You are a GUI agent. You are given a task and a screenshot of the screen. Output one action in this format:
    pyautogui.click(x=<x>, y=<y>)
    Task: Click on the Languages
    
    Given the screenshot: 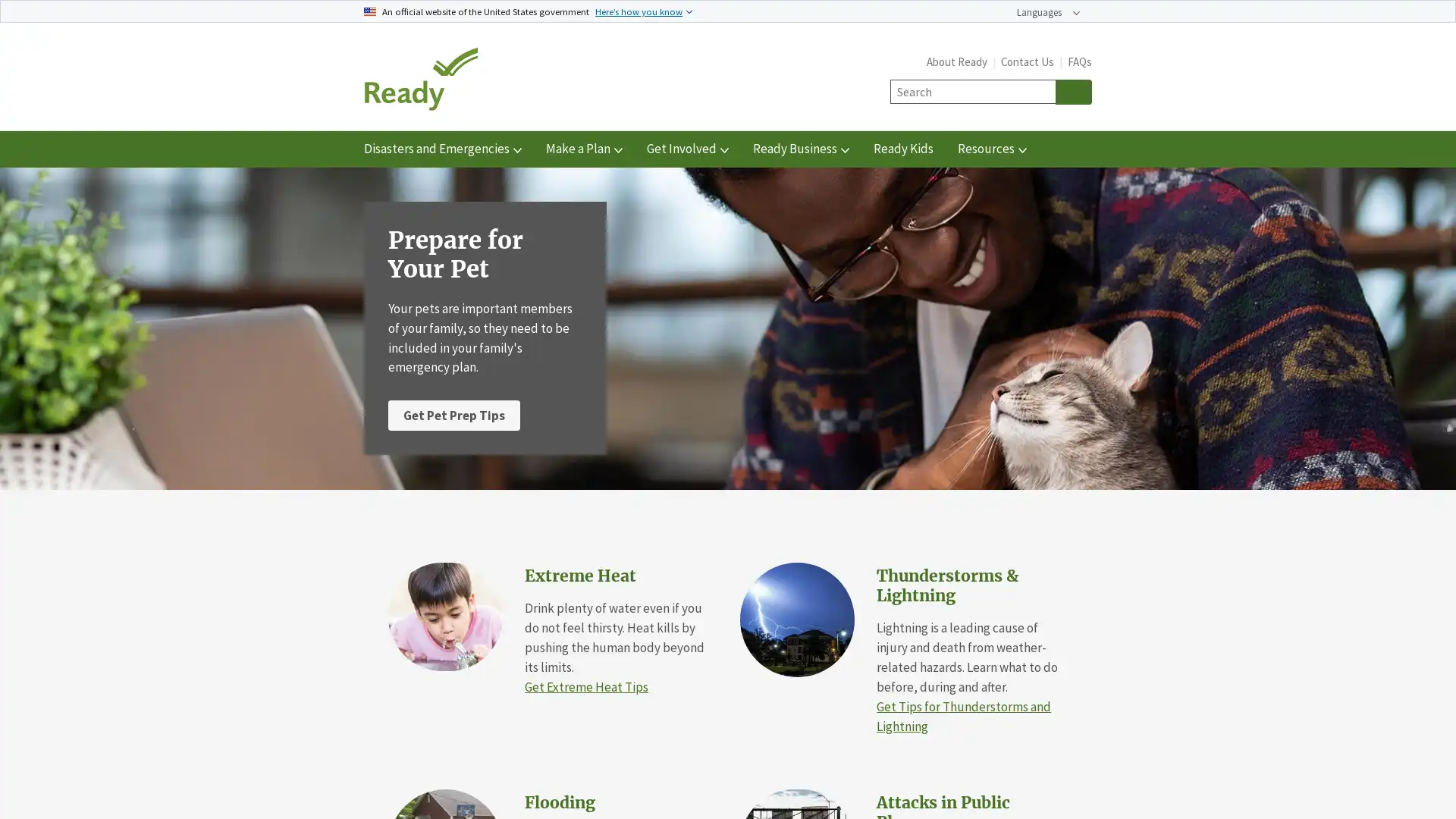 What is the action you would take?
    pyautogui.click(x=1047, y=12)
    